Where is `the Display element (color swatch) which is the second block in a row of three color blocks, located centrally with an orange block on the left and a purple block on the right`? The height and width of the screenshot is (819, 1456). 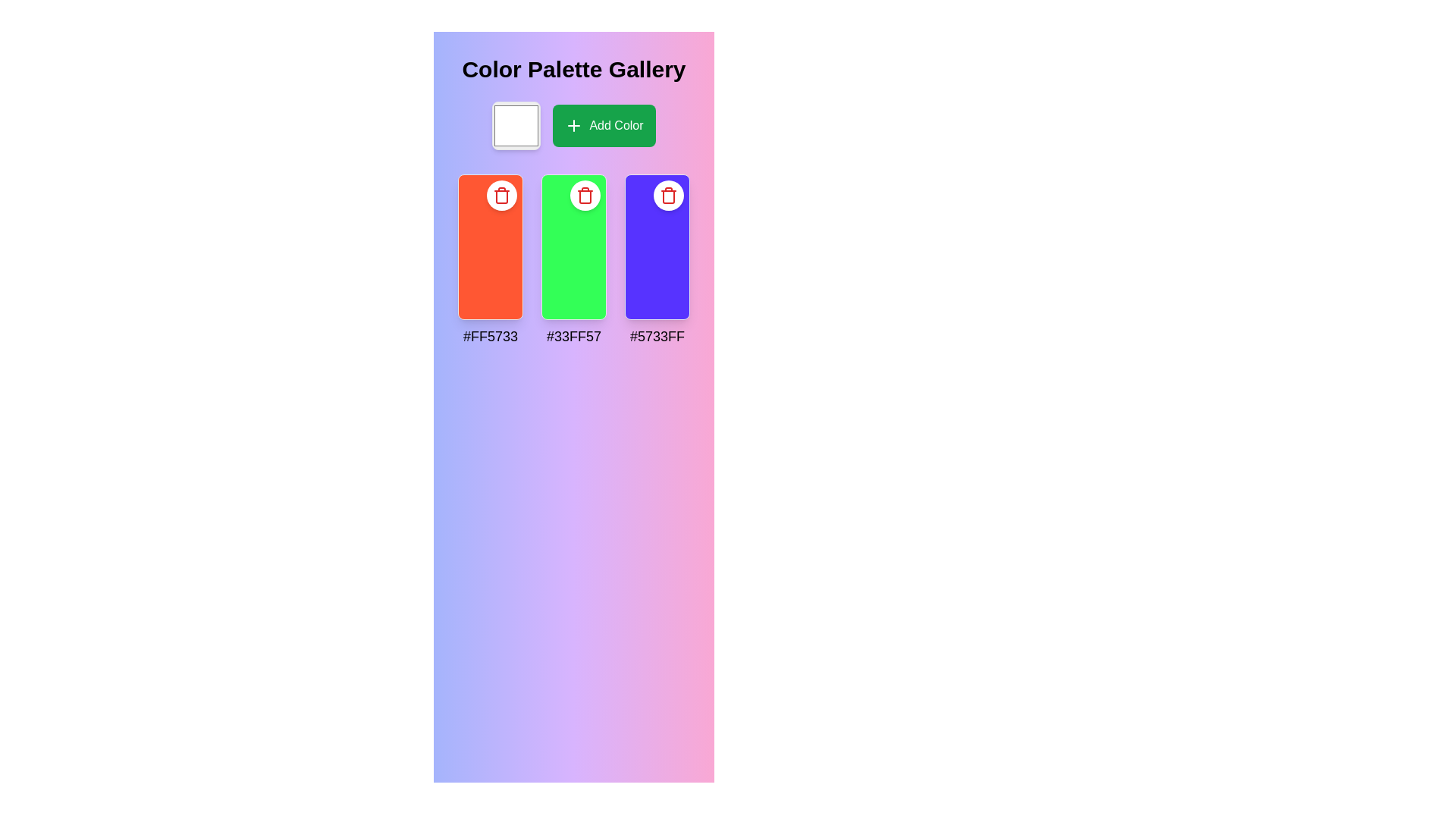 the Display element (color swatch) which is the second block in a row of three color blocks, located centrally with an orange block on the left and a purple block on the right is located at coordinates (573, 246).